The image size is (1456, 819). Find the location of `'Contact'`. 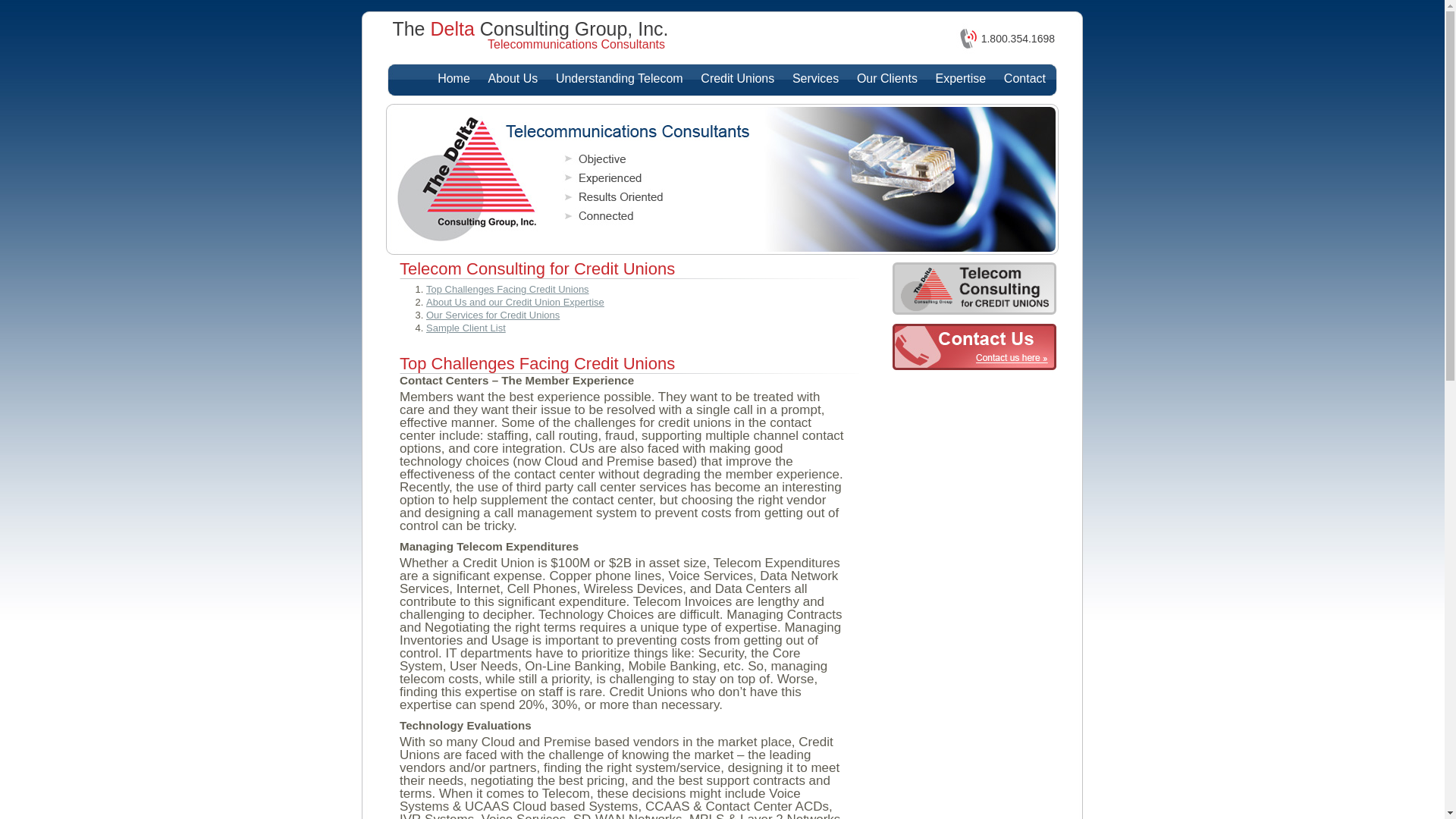

'Contact' is located at coordinates (1025, 78).